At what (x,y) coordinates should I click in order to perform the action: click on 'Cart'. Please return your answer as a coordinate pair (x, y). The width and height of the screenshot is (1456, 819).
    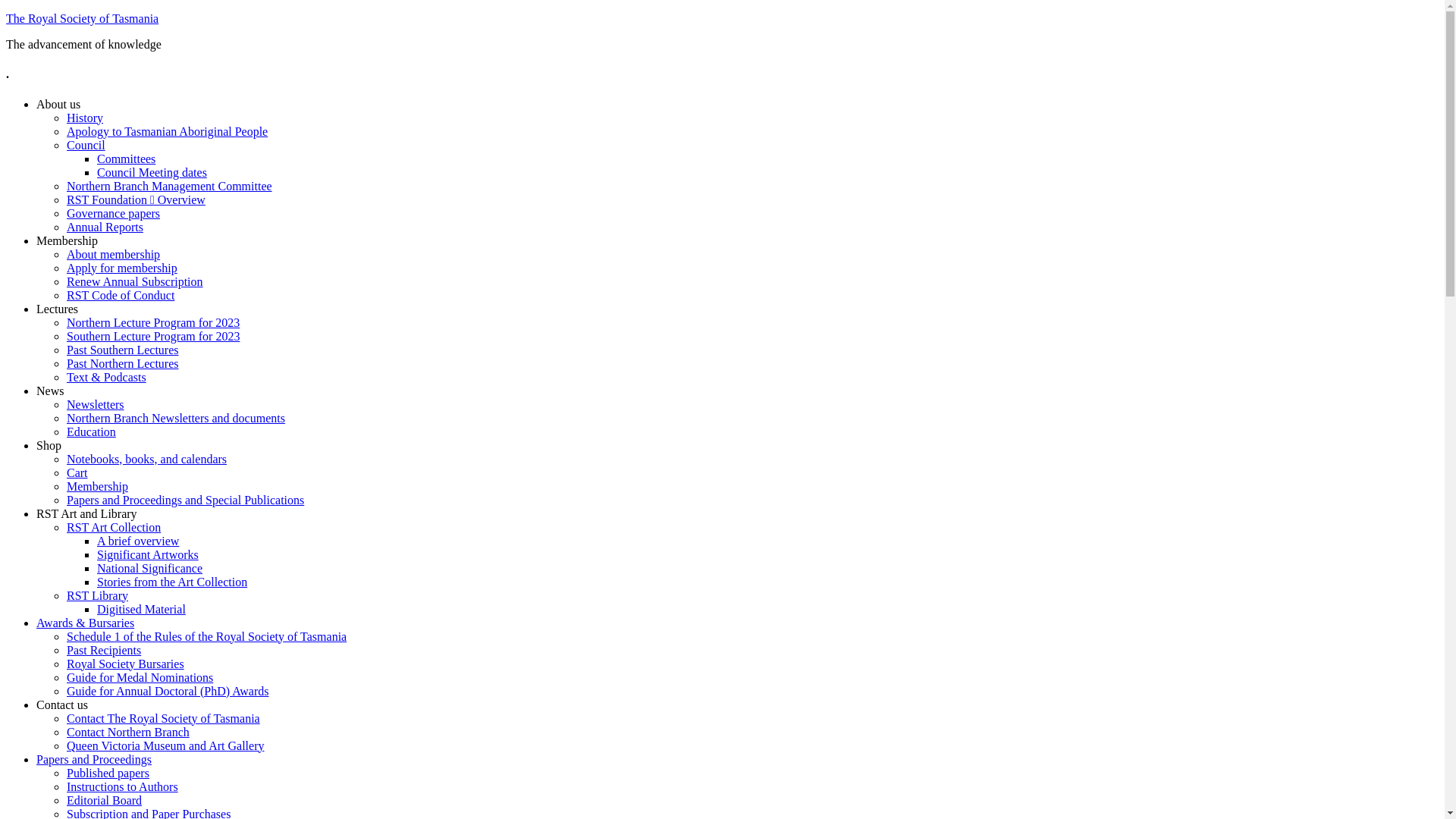
    Looking at the image, I should click on (76, 472).